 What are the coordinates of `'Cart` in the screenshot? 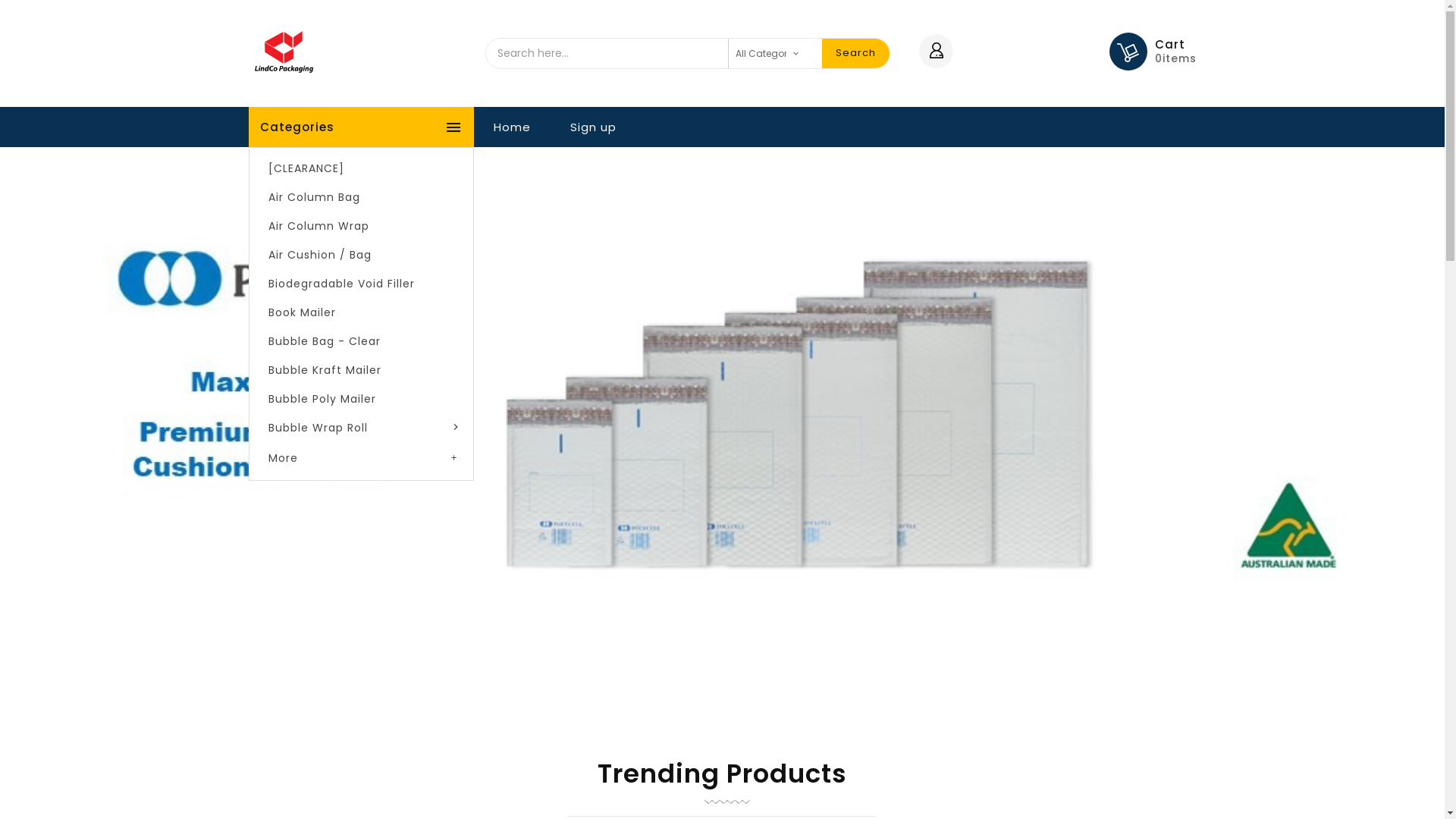 It's located at (1174, 51).